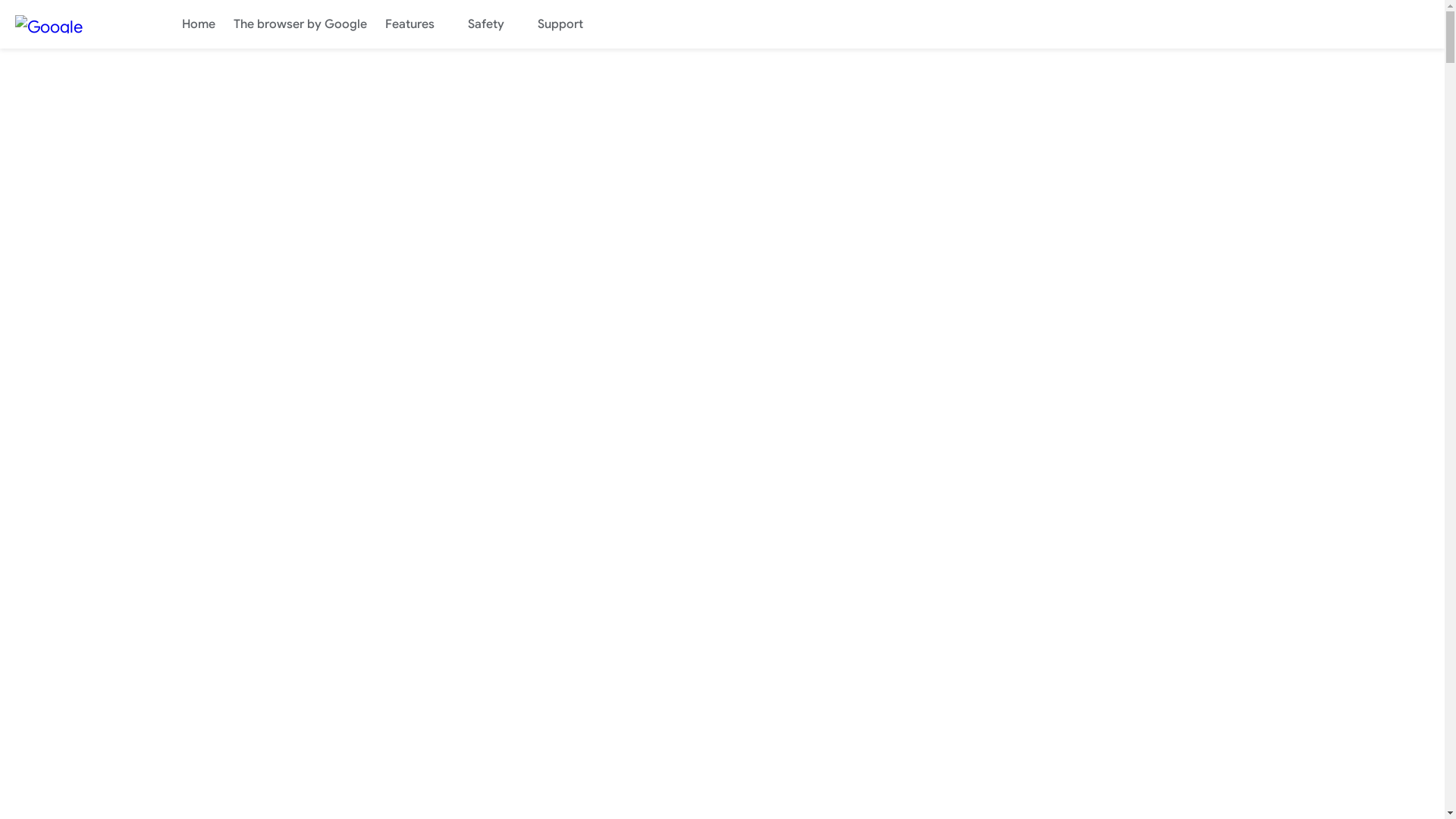 This screenshot has height=819, width=1456. What do you see at coordinates (566, 24) in the screenshot?
I see `'Support'` at bounding box center [566, 24].